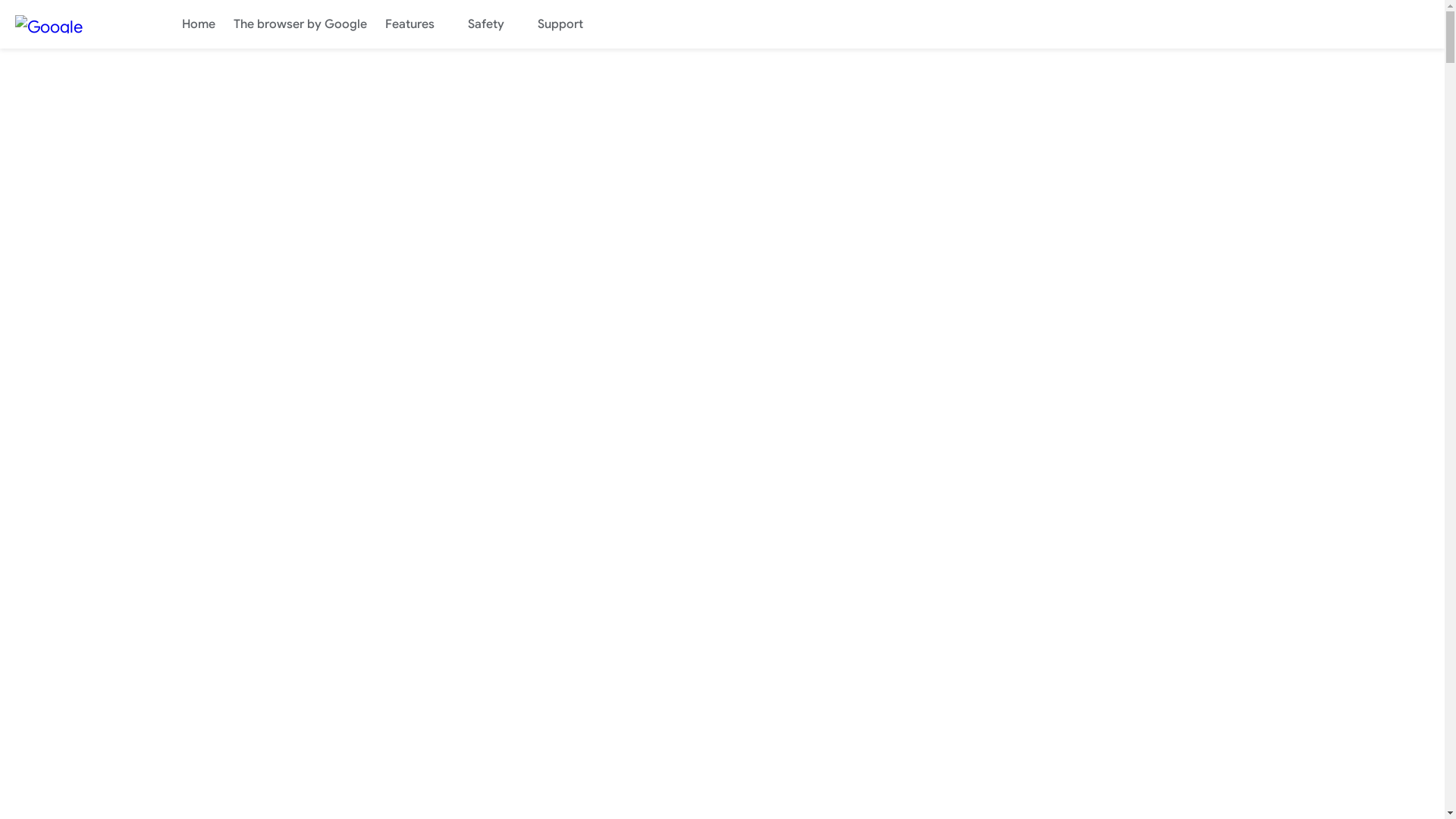 This screenshot has height=819, width=1456. What do you see at coordinates (566, 24) in the screenshot?
I see `'Support'` at bounding box center [566, 24].